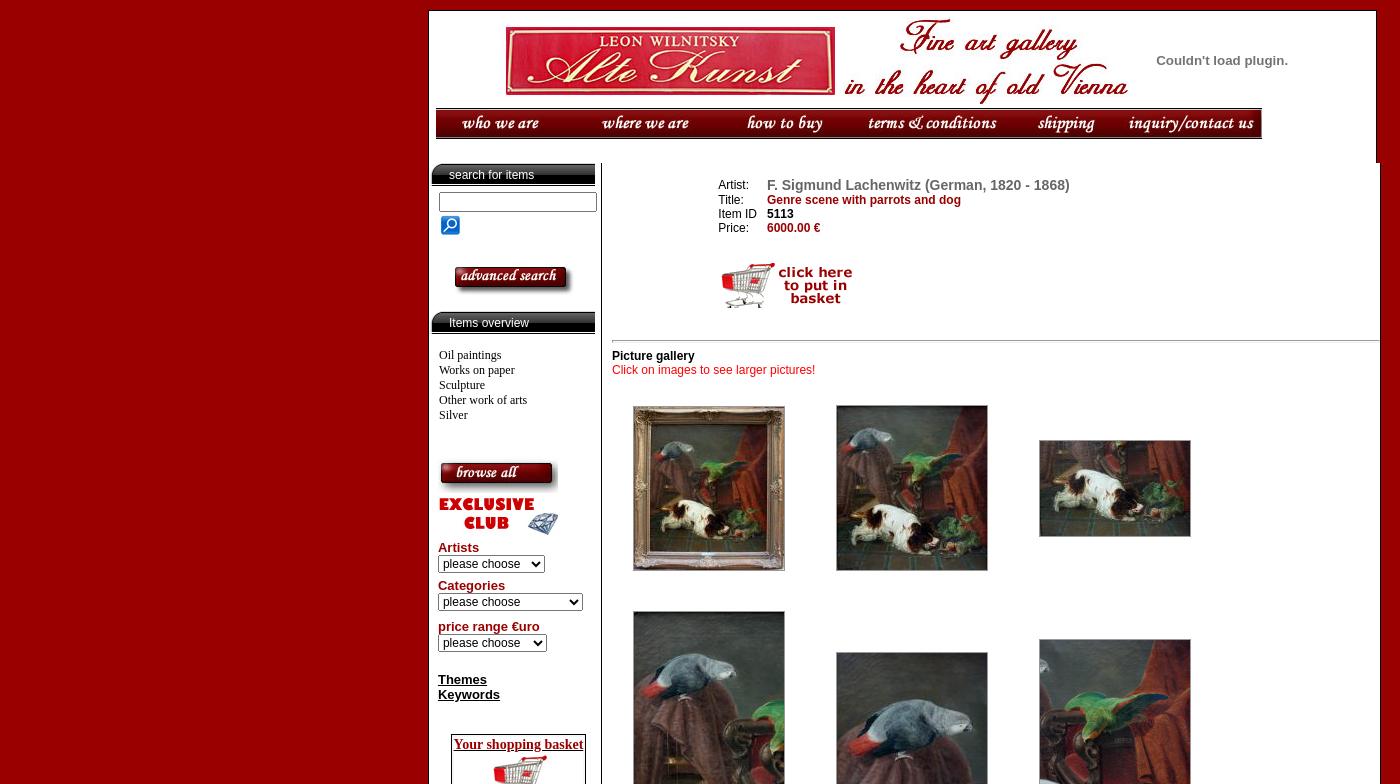  What do you see at coordinates (482, 399) in the screenshot?
I see `'Other work of arts'` at bounding box center [482, 399].